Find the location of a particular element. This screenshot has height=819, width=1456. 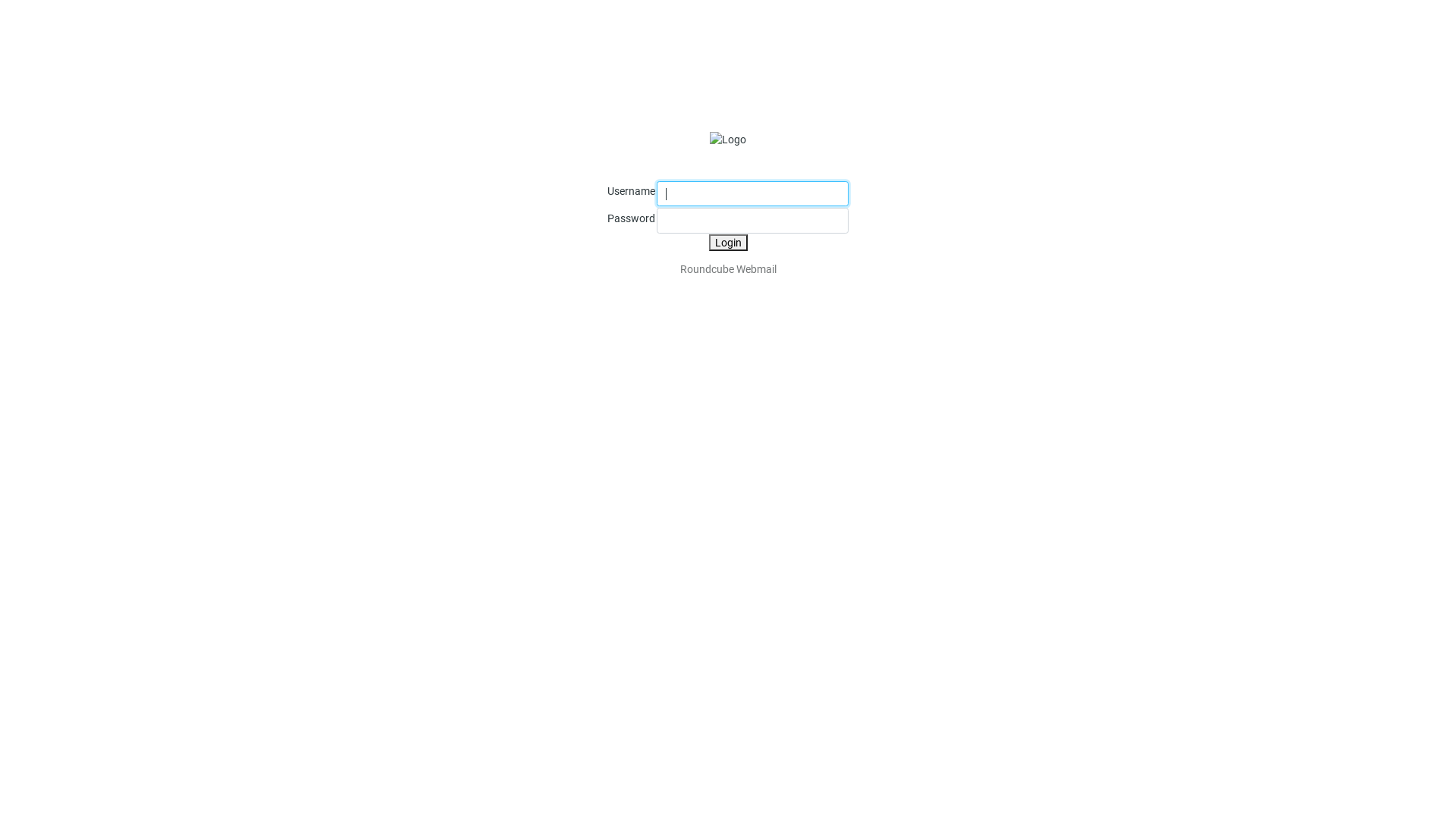

'Login' is located at coordinates (726, 242).